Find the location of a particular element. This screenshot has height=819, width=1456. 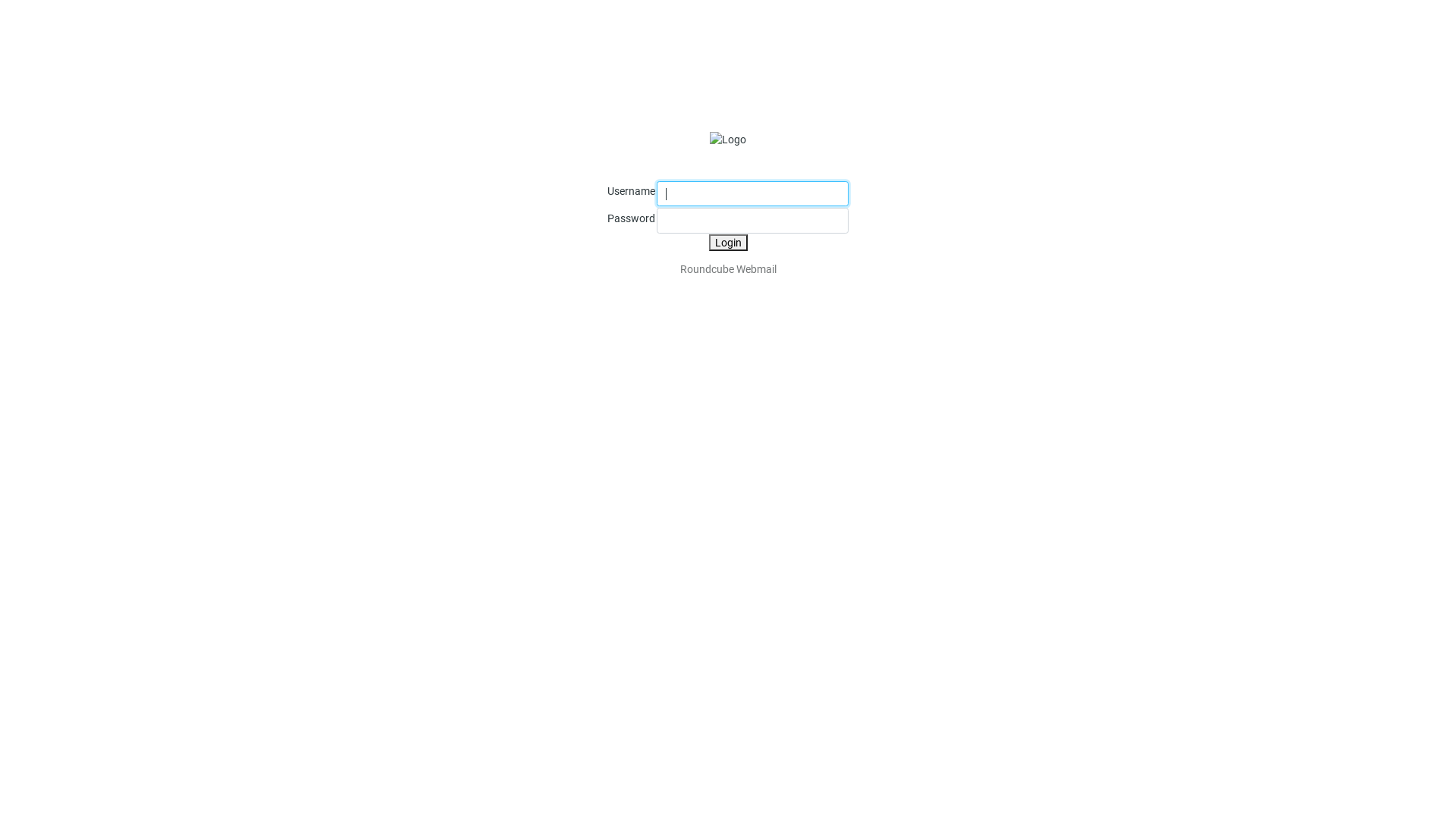

'Login' is located at coordinates (726, 242).